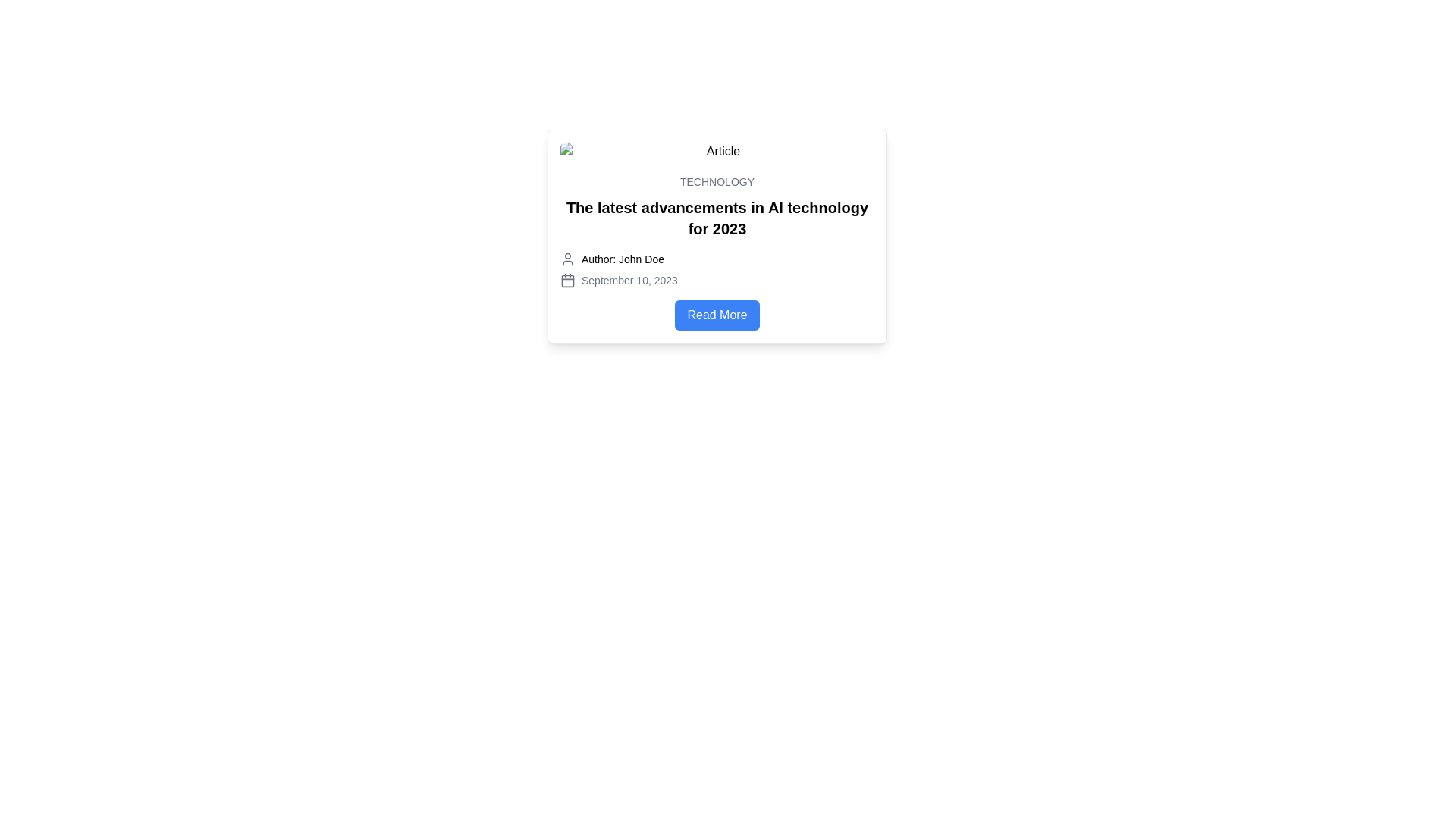 The height and width of the screenshot is (819, 1456). Describe the element at coordinates (716, 218) in the screenshot. I see `the text display that states 'The latest advancements in AI technology for 2023', which is bold and center-aligned within its card component` at that location.